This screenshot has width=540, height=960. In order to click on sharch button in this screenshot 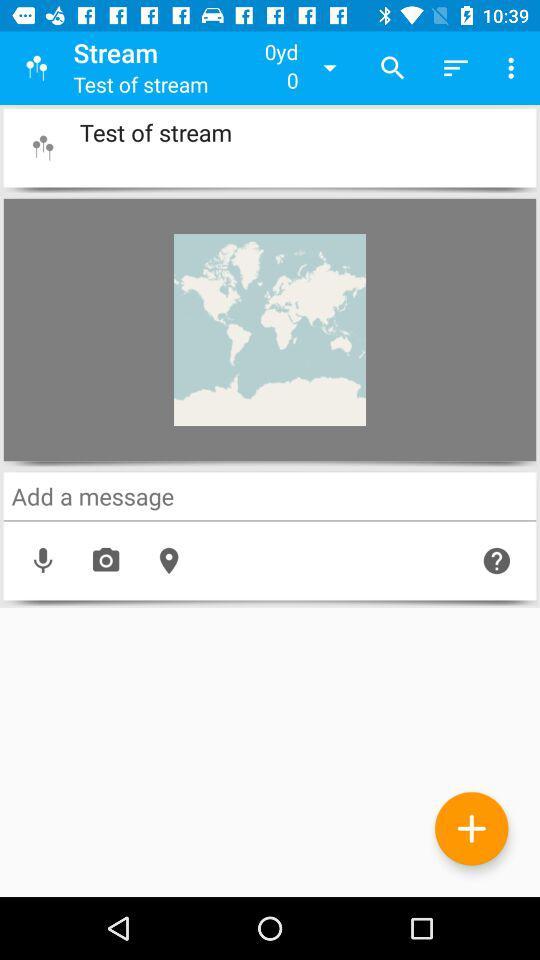, I will do `click(270, 495)`.